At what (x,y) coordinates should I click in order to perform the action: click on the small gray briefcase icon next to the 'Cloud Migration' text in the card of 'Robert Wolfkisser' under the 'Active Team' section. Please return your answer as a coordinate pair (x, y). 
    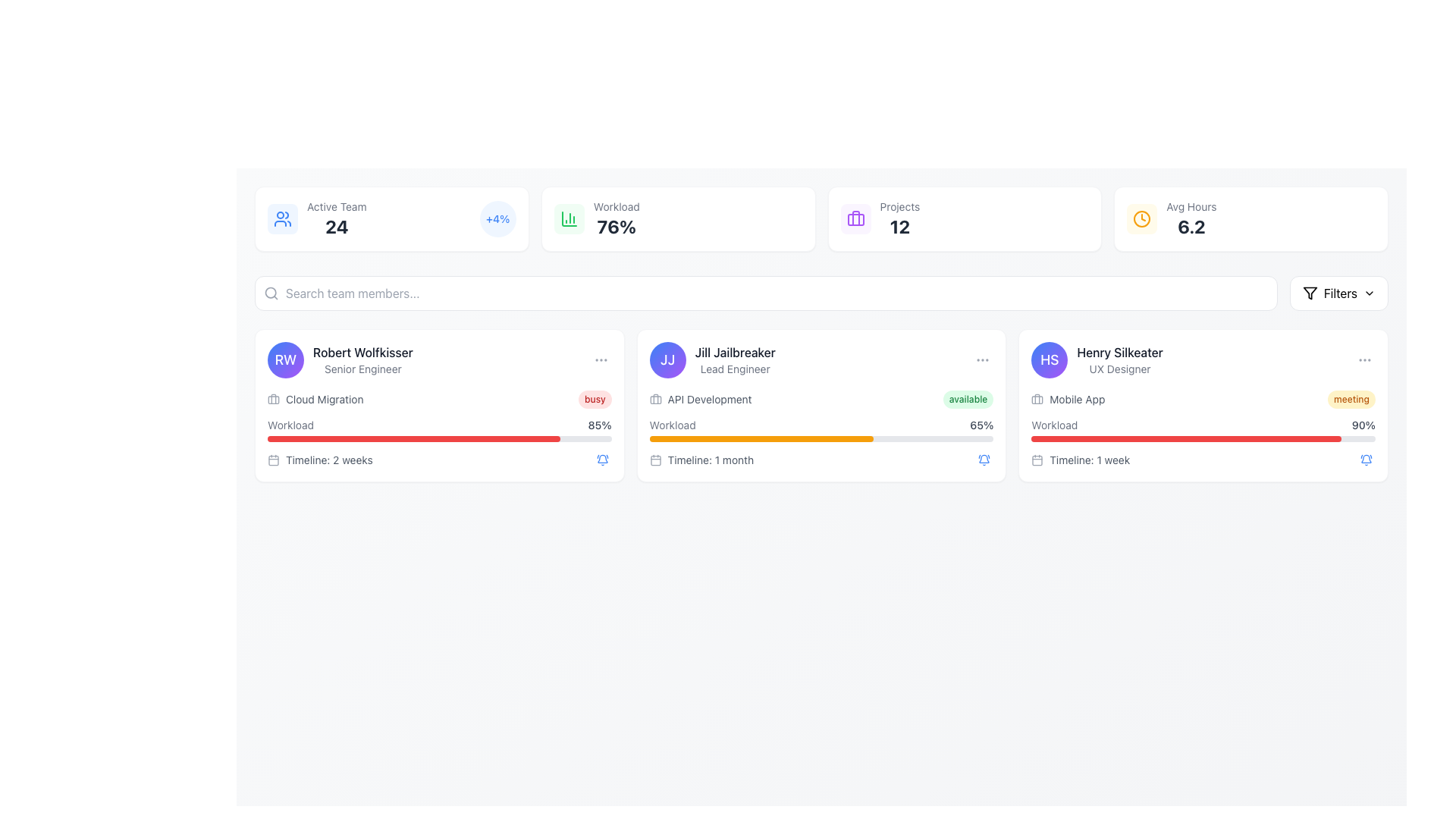
    Looking at the image, I should click on (273, 399).